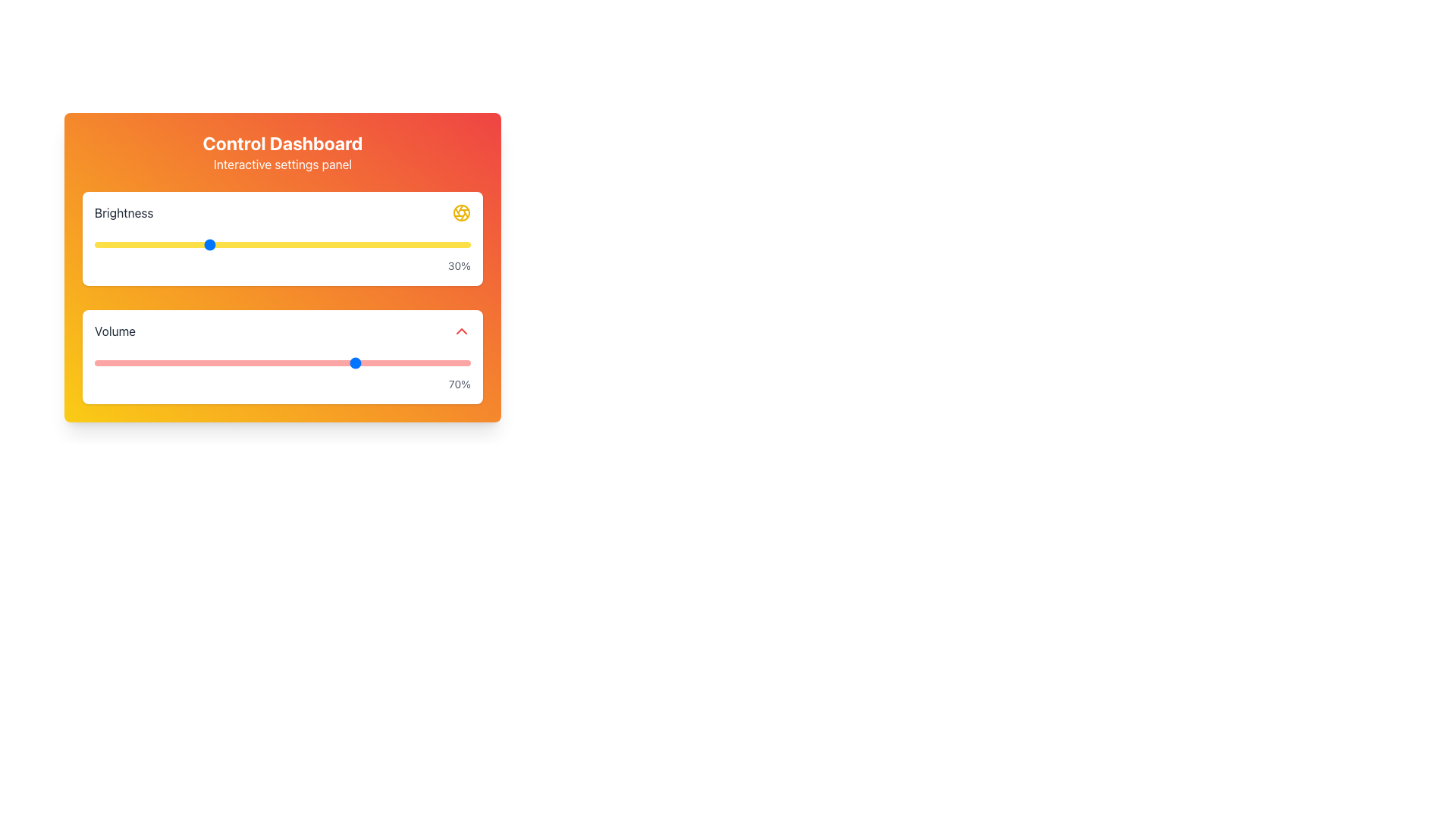 This screenshot has height=819, width=1456. I want to click on the volume slider, so click(287, 362).